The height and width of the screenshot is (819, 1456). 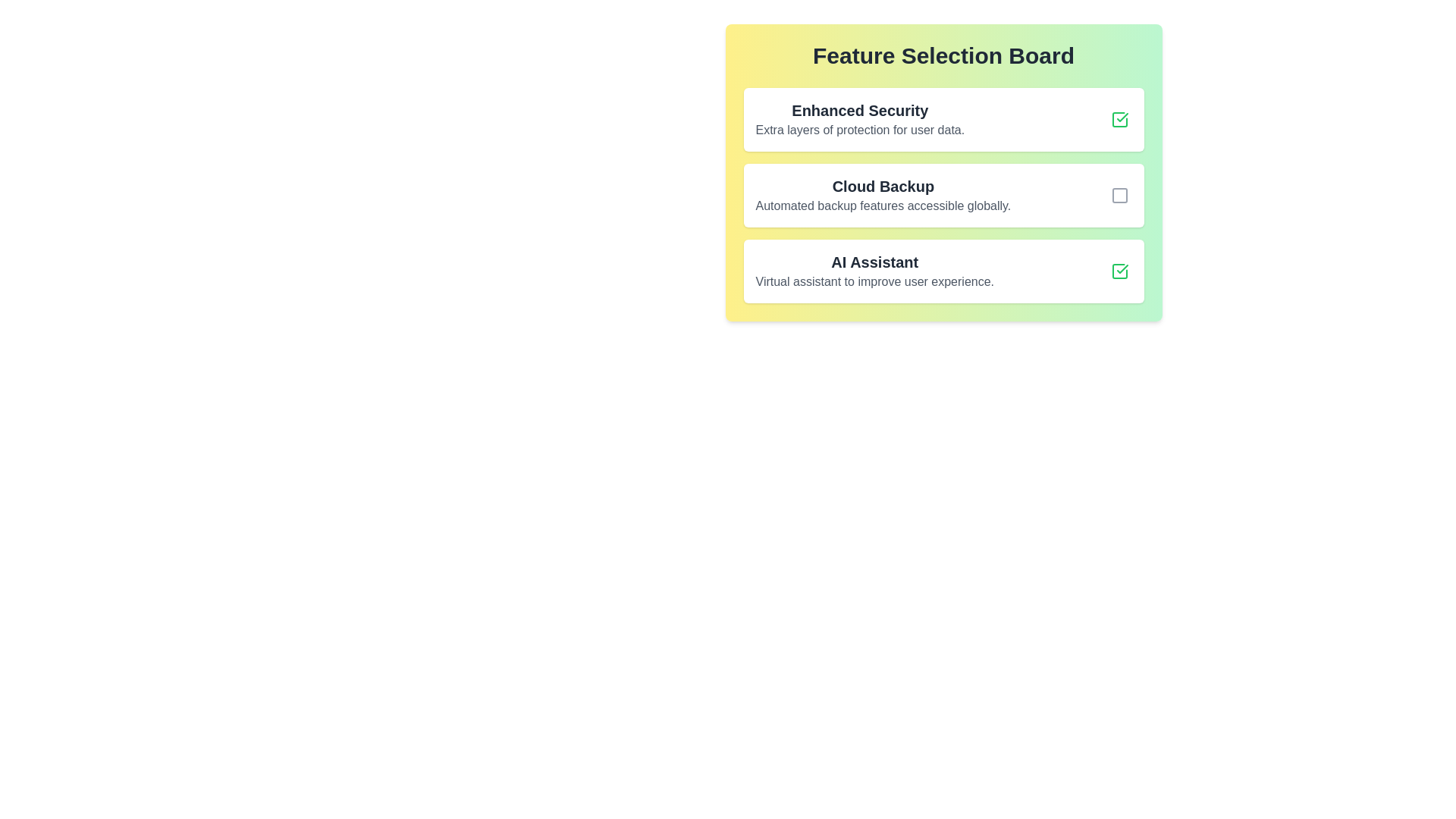 What do you see at coordinates (883, 195) in the screenshot?
I see `the Text Display element that indicates the availability of cloud backup functionality, which is situated between 'Enhanced Security' and 'AI Assistant' in the 'Feature Selection Board' panel` at bounding box center [883, 195].